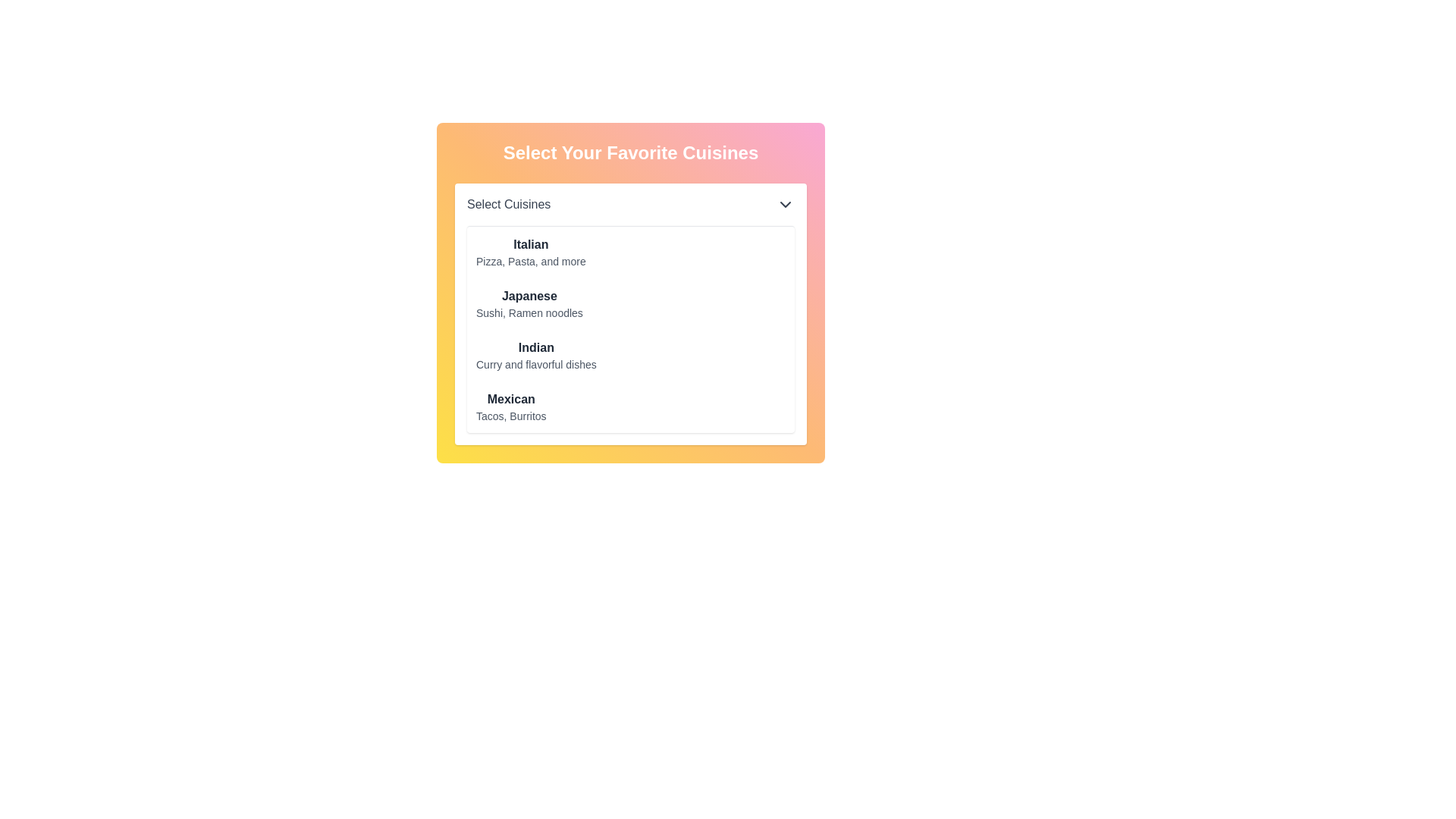 This screenshot has width=1456, height=819. I want to click on the 'Select Cuisines' dropdown button, so click(630, 205).